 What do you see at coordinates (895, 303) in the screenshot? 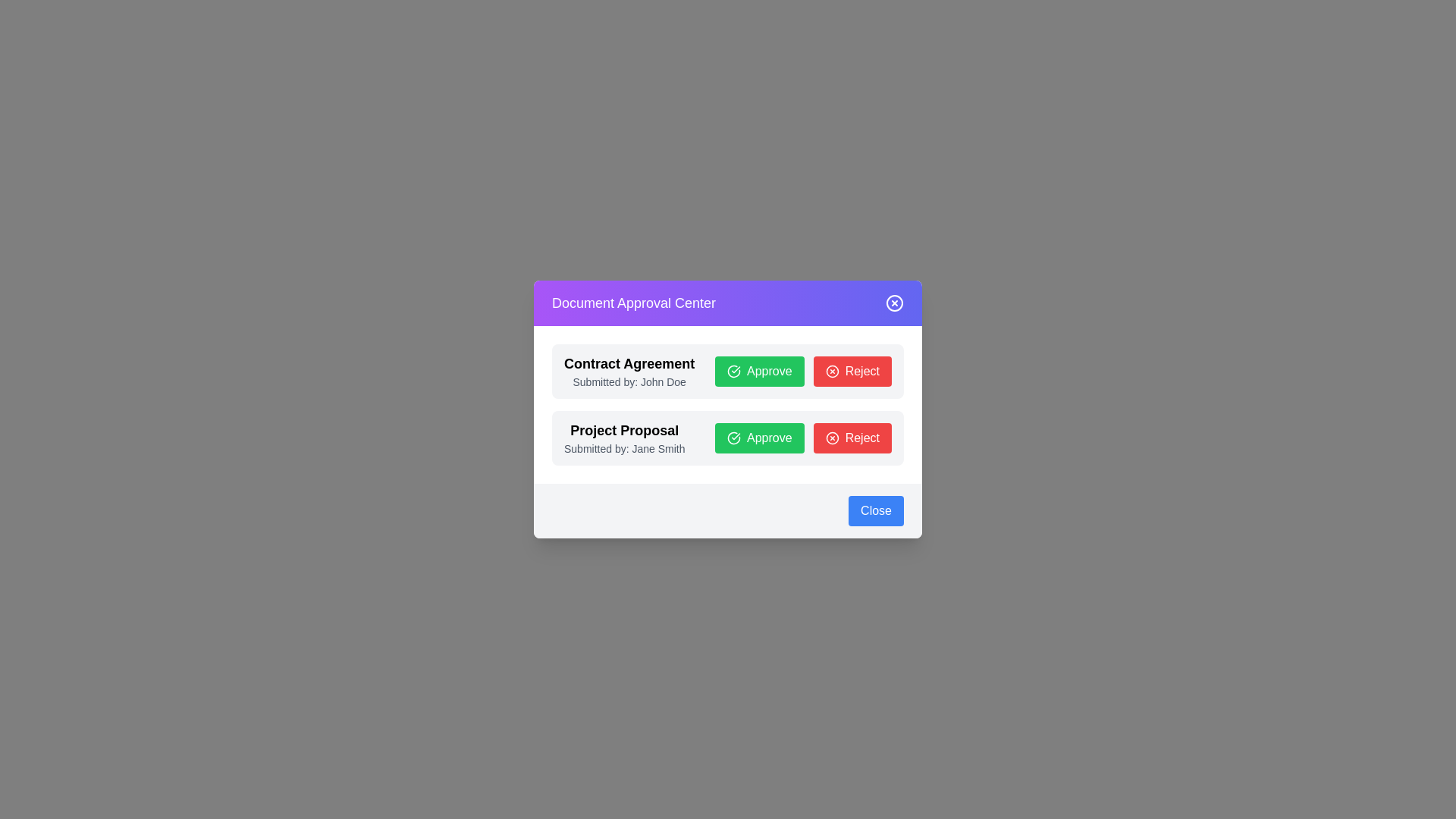
I see `the circular outline icon located at the top-right corner of the modal interface to trigger visual feedback` at bounding box center [895, 303].